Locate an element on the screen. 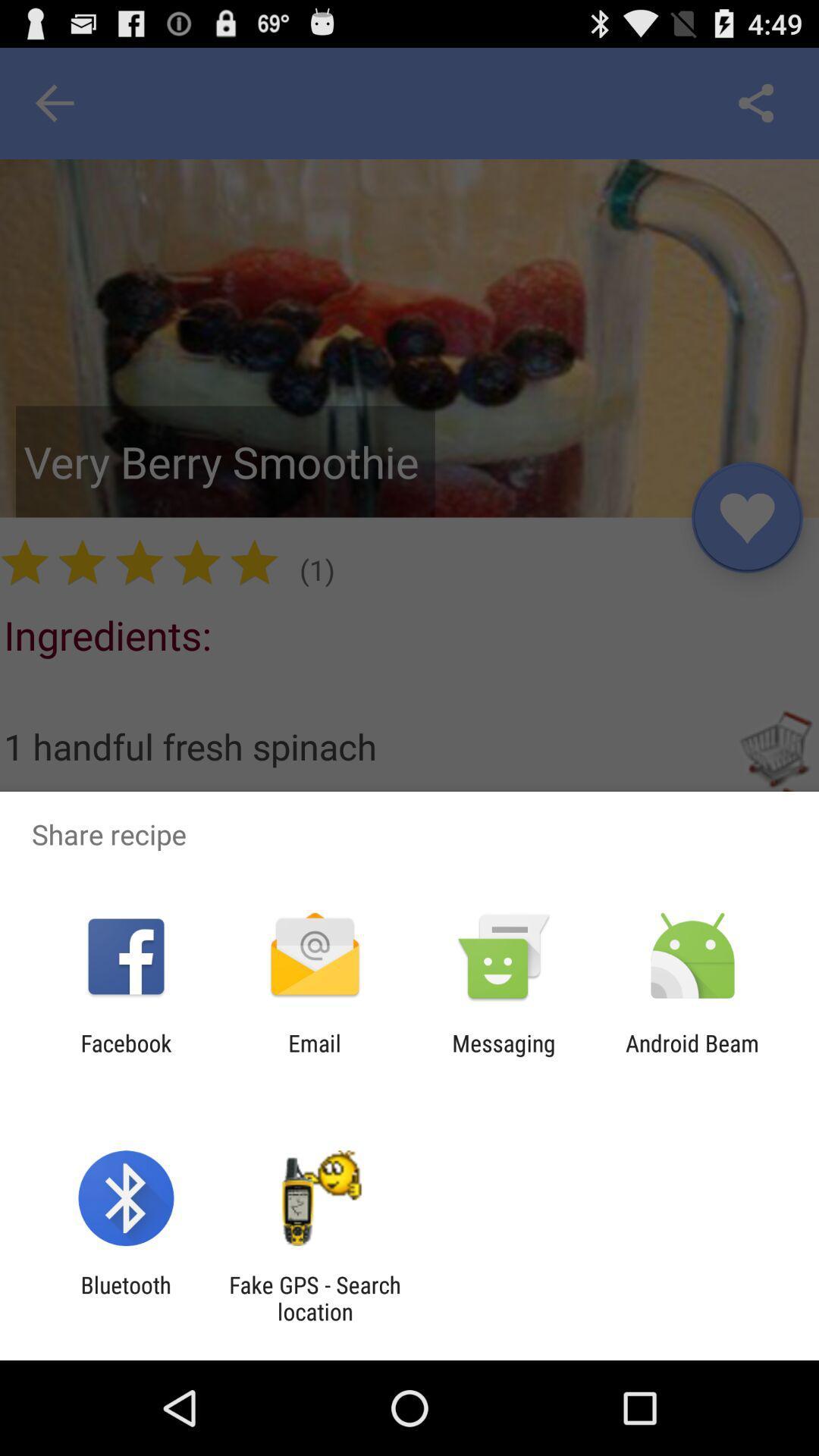 The height and width of the screenshot is (1456, 819). the icon next to facebook is located at coordinates (314, 1056).